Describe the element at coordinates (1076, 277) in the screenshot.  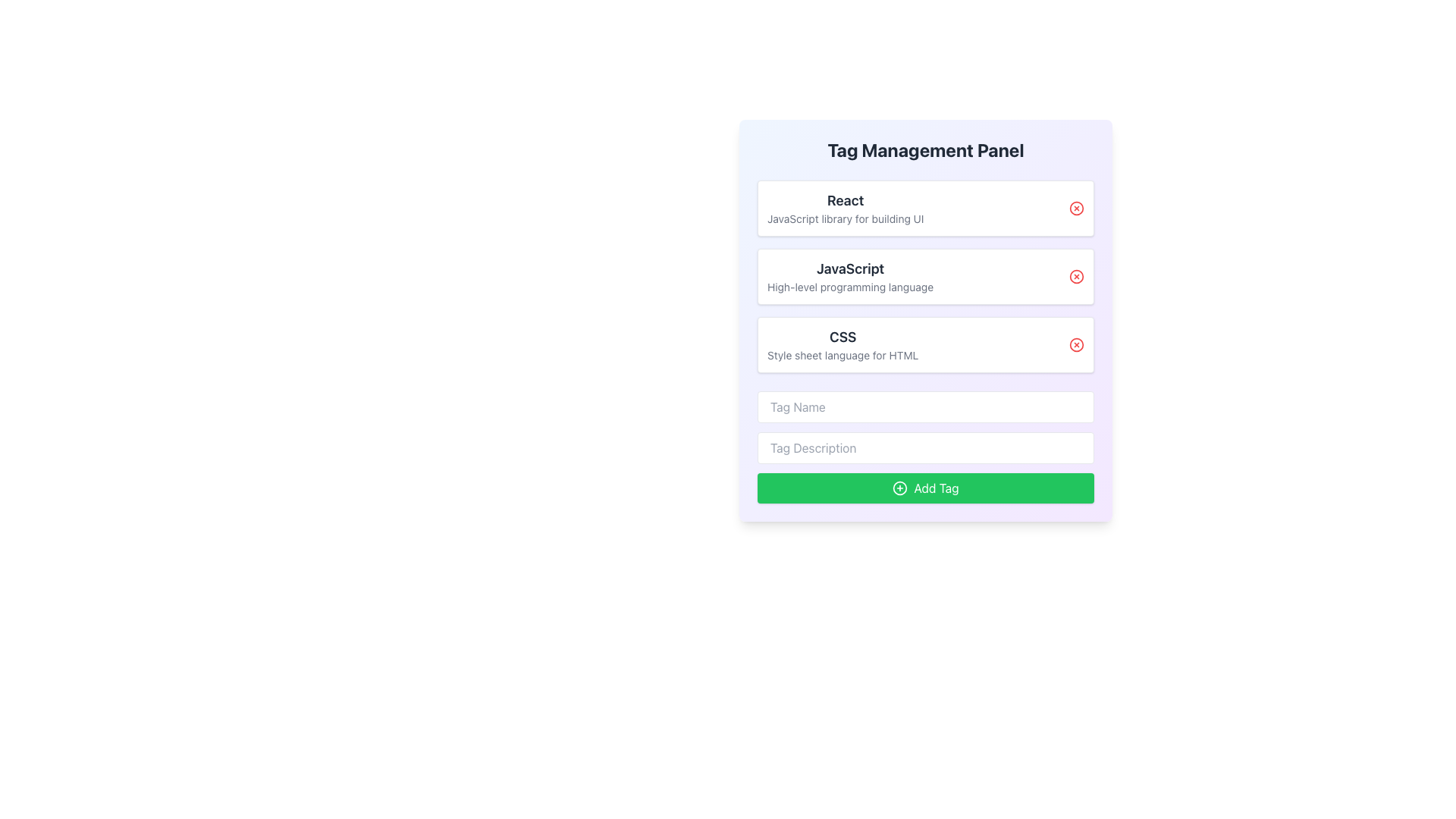
I see `the delete button located at the far right end of the row labeled 'JavaScript'` at that location.